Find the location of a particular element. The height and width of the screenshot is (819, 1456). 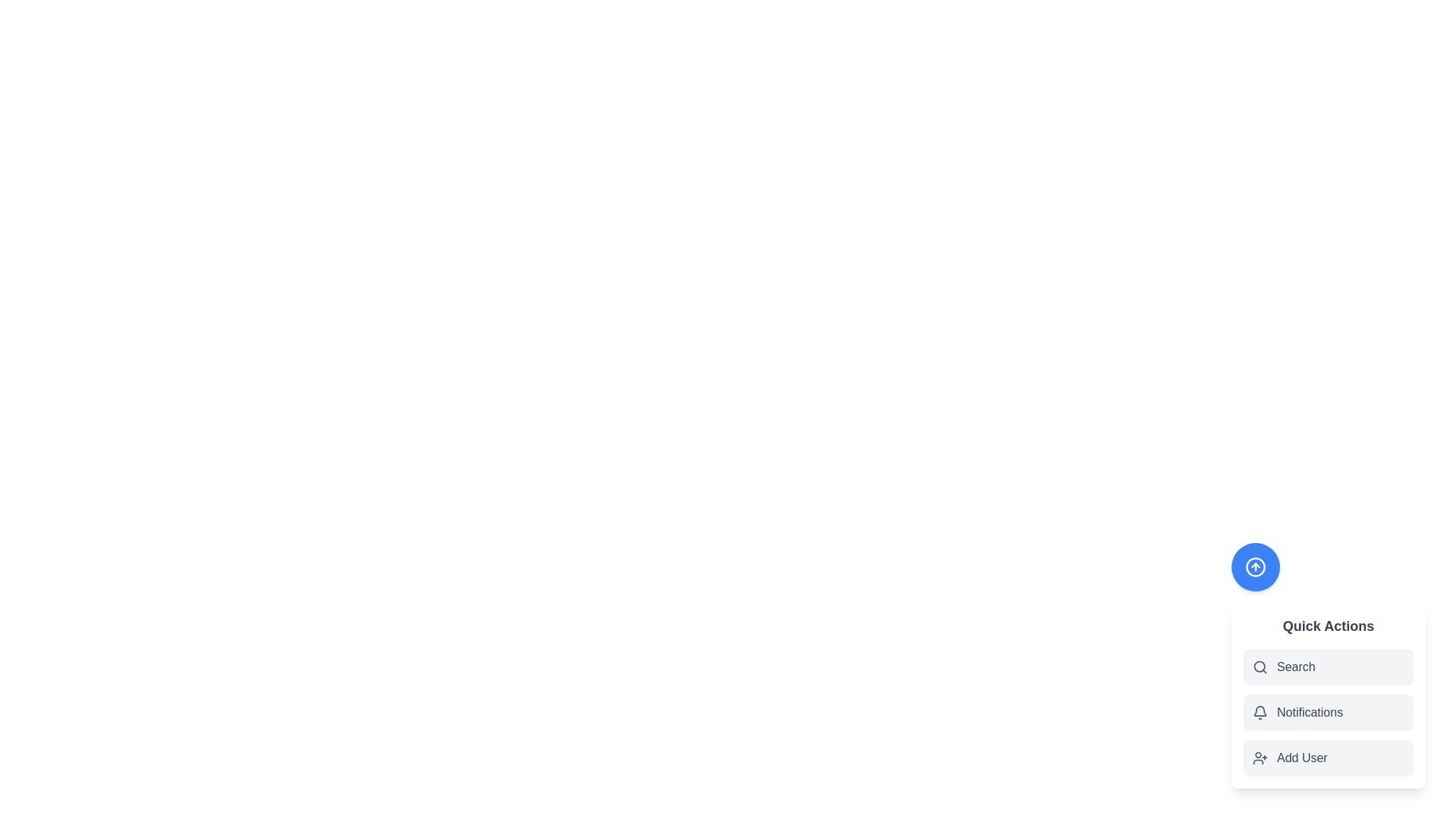

the Text Label that indicates the action related to notifications, positioned to the right of a bell icon within the 'Quick Actions' card is located at coordinates (1309, 713).